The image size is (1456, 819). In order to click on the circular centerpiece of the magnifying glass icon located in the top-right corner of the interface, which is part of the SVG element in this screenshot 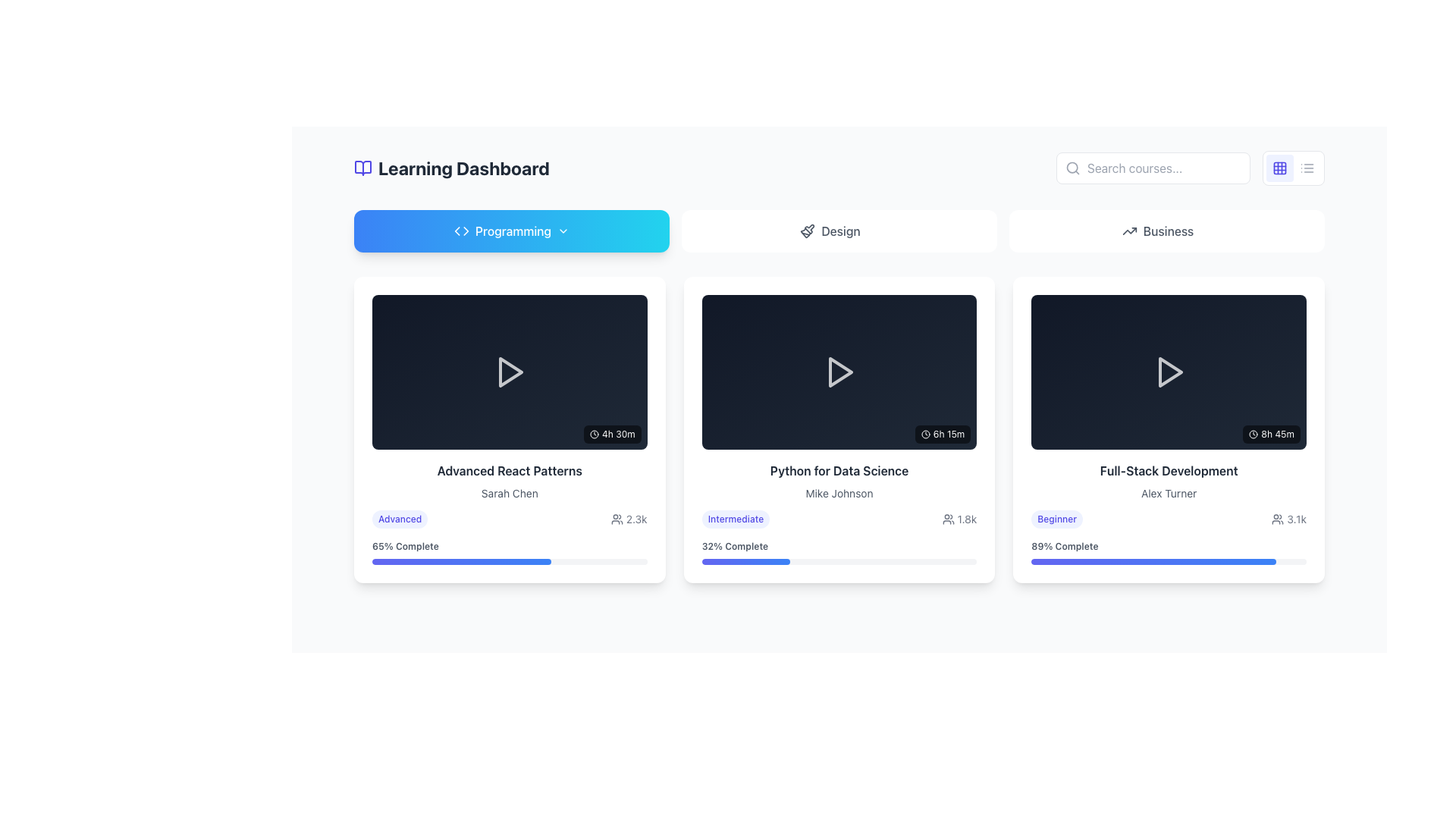, I will do `click(1072, 168)`.